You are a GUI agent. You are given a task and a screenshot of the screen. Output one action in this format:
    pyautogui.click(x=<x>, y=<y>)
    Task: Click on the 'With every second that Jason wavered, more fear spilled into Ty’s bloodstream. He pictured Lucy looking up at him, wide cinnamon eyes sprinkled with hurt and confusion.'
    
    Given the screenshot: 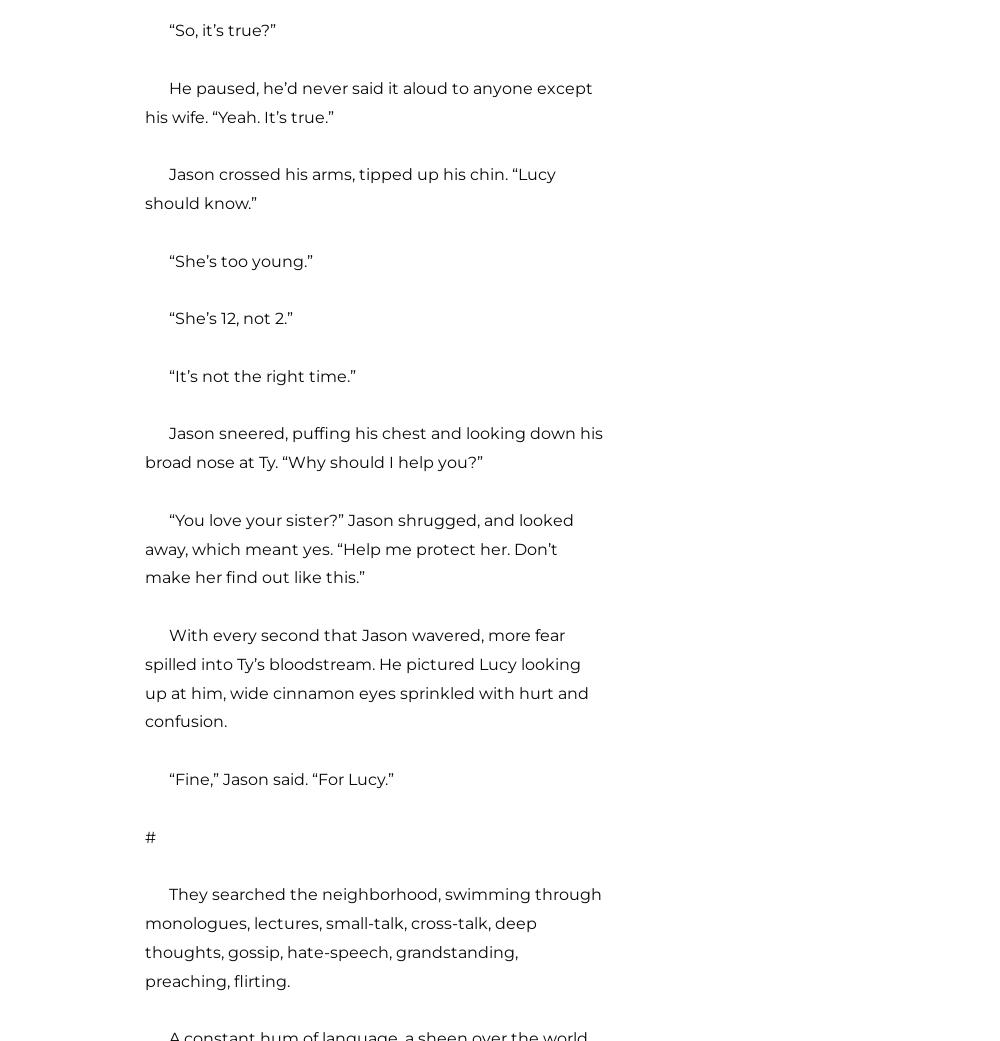 What is the action you would take?
    pyautogui.click(x=366, y=677)
    